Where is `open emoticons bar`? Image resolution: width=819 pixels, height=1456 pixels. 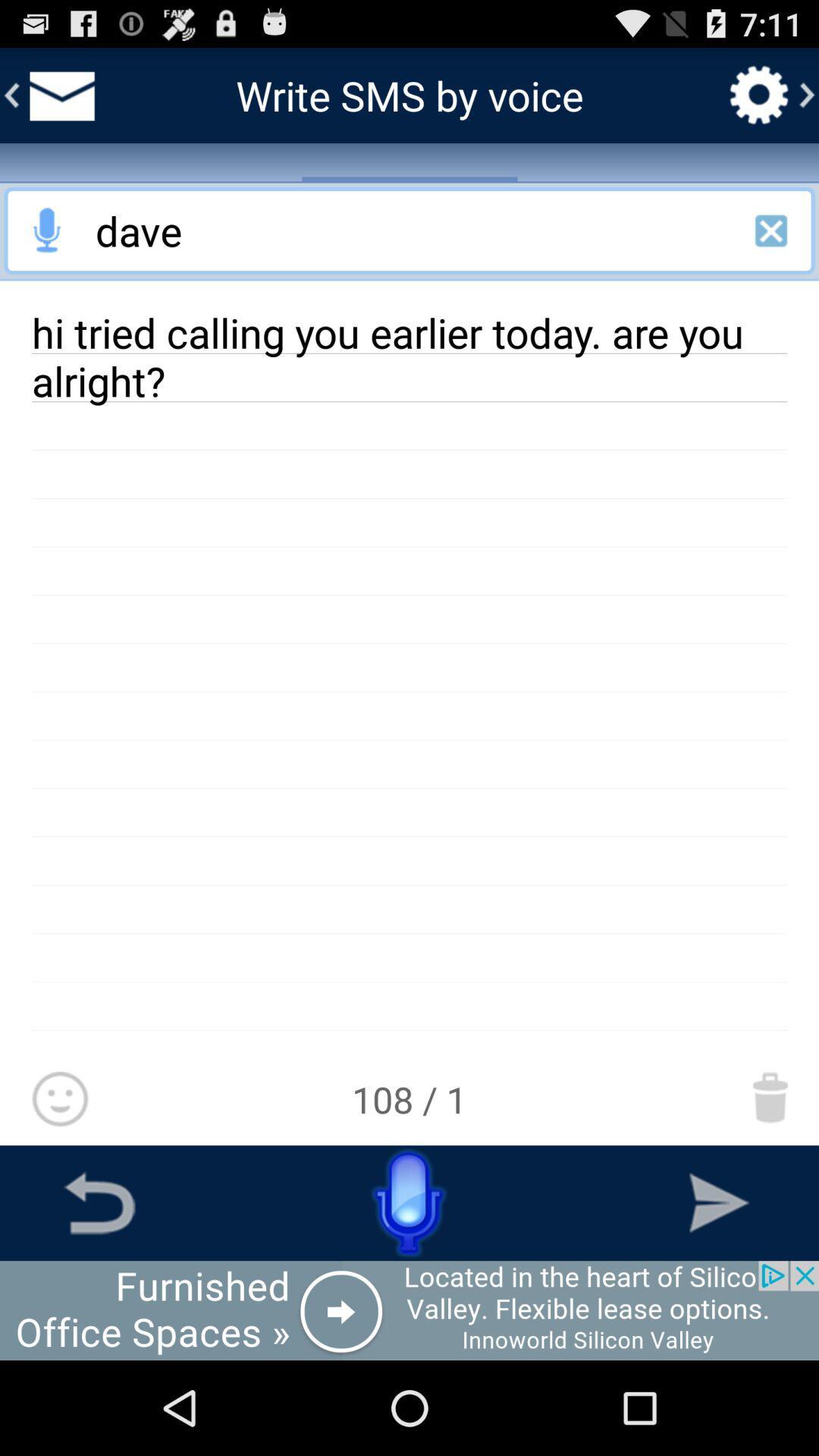
open emoticons bar is located at coordinates (59, 1100).